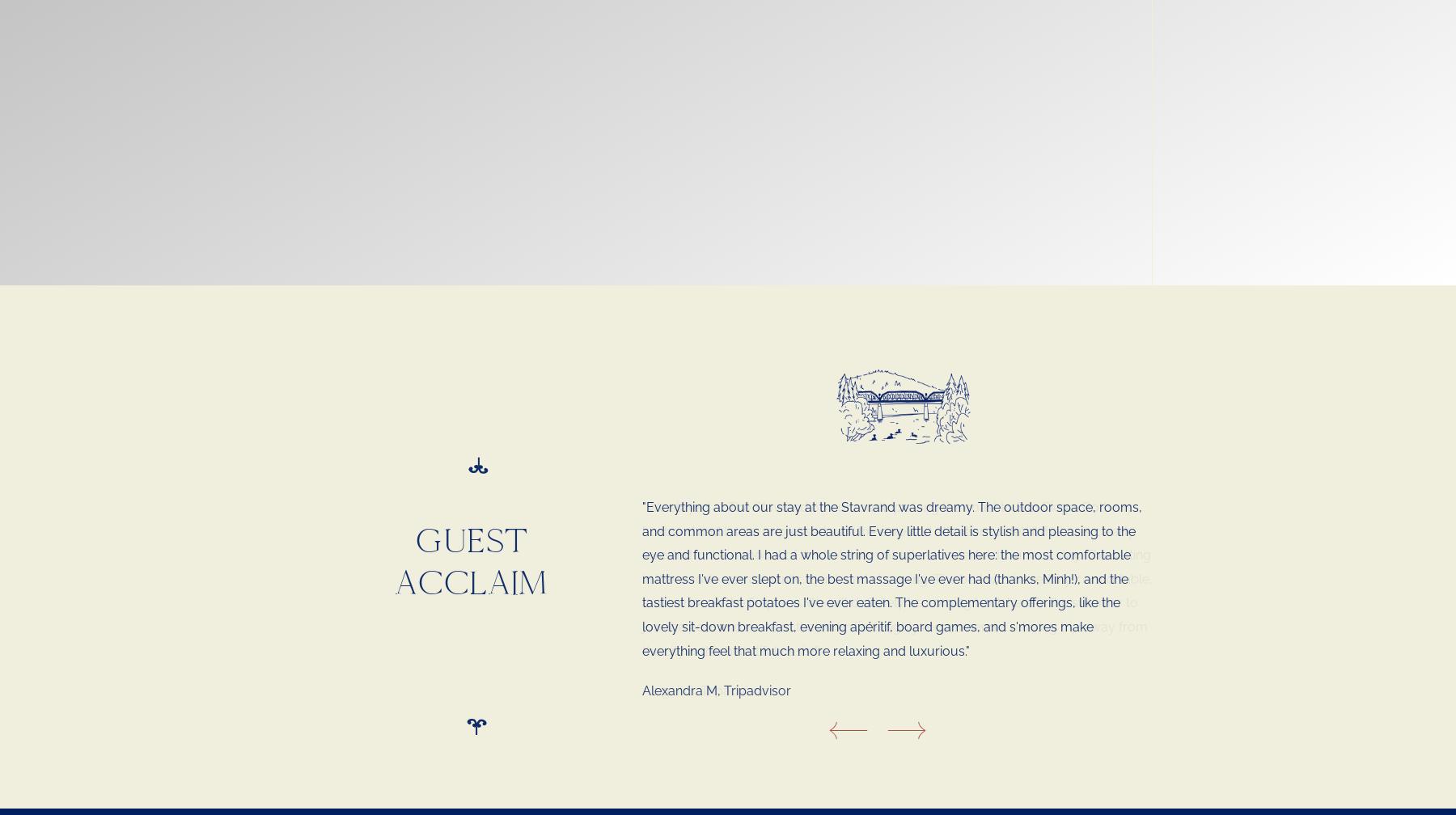 The width and height of the screenshot is (1456, 815). What do you see at coordinates (892, 578) in the screenshot?
I see `'"Everything about our stay at the Stavrand was dreamy. The outdoor space, rooms, and common areas are just beautiful. Every little detail is stylish and pleasing to the eye and functional. I had a whole string of superlatives here: the most comfortable mattress I've ever slept on, the best massage I've ever had (thanks, Minh!), and the tastiest breakfast potatoes I've ever eaten. The complementary offerings, like the lovely sit-down breakfast, evening apéritif, board games, and s'mores make everything feel that much more relaxing and luxurious."'` at bounding box center [892, 578].